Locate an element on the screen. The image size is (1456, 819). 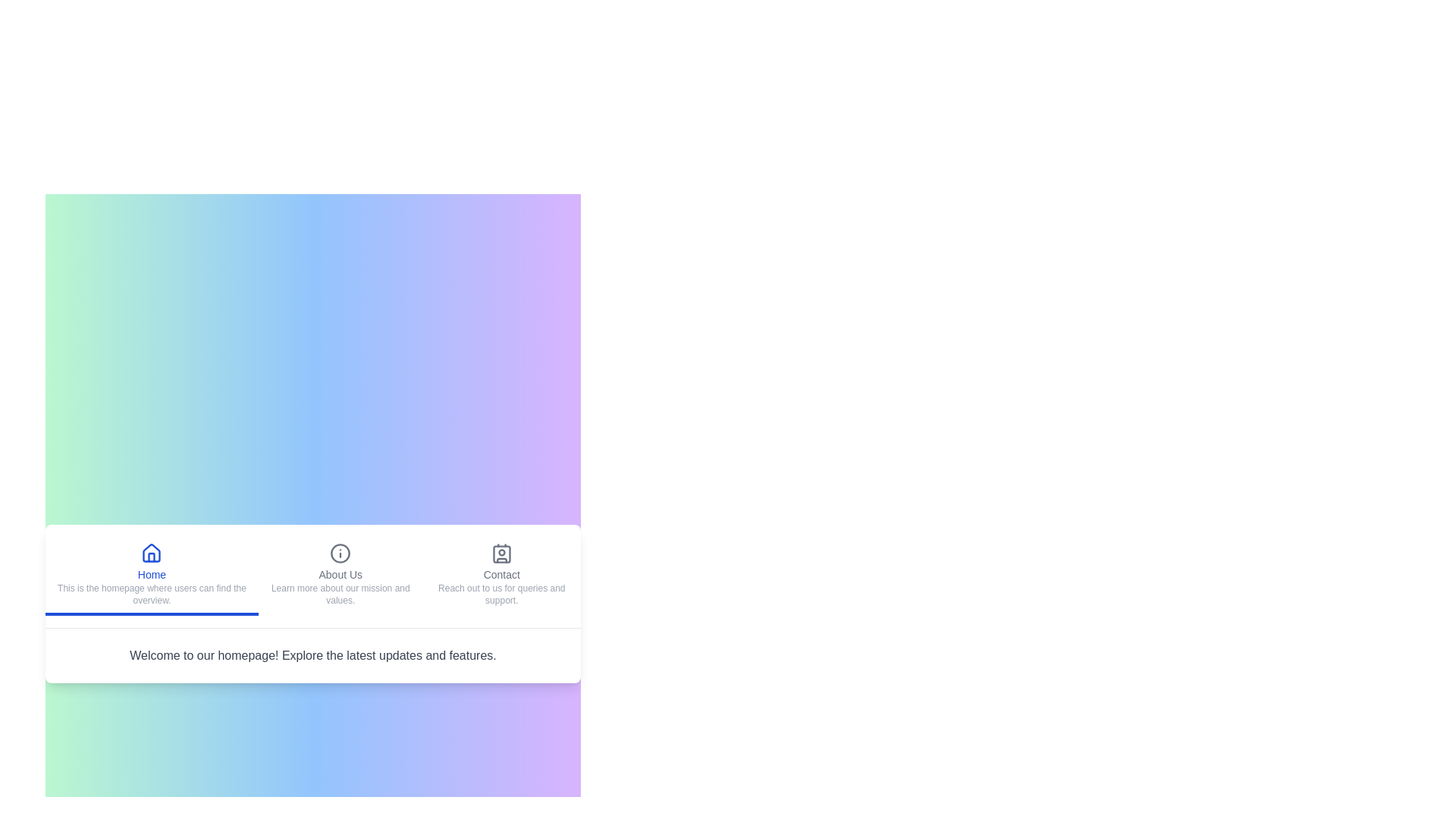
the Home tab to navigate to its content is located at coordinates (152, 576).